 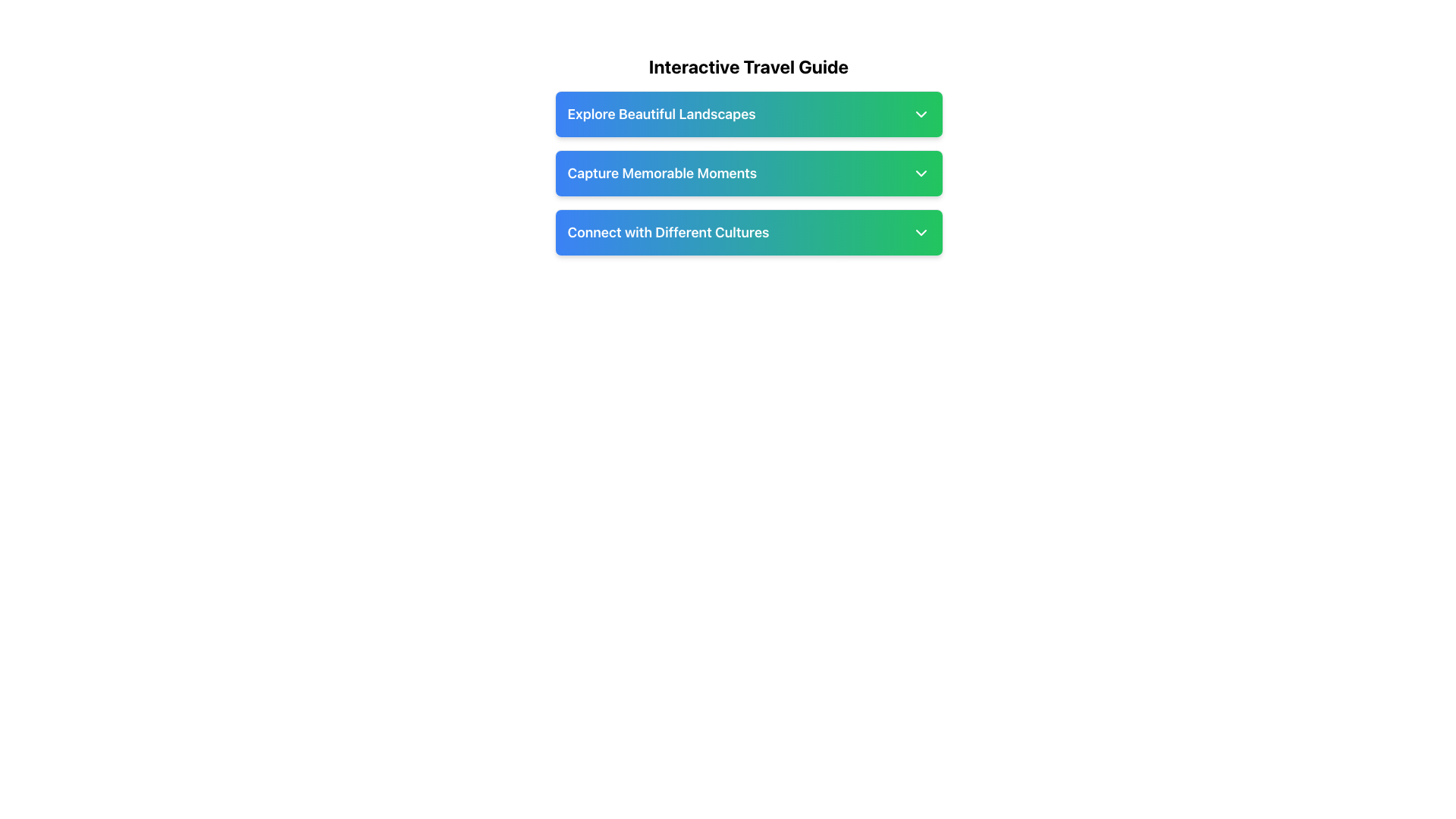 What do you see at coordinates (748, 172) in the screenshot?
I see `the second button that triggers the reveal of additional options related to 'Capture Memorable Moments'` at bounding box center [748, 172].